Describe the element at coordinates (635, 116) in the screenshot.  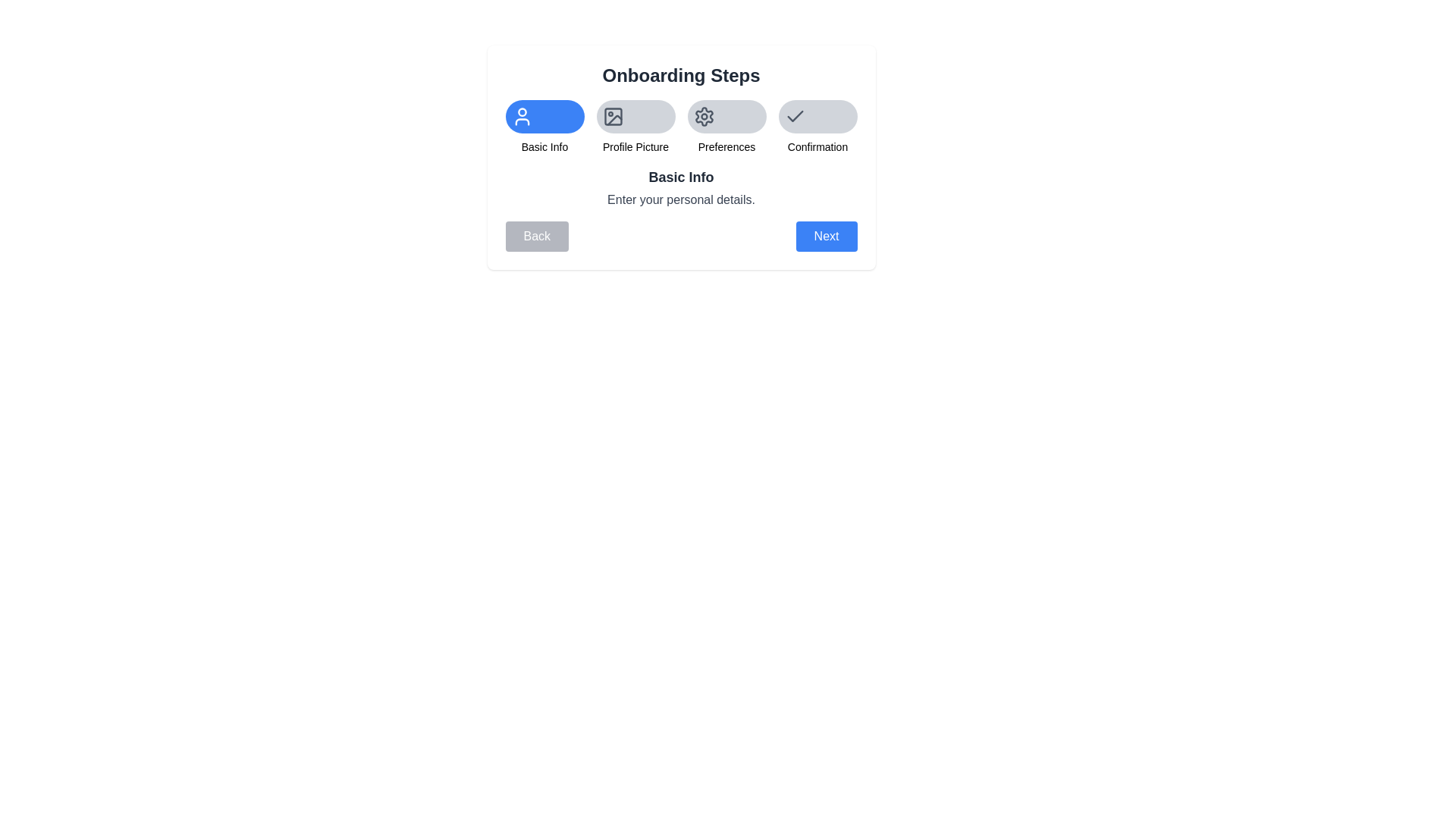
I see `the step icon corresponding to Profile Picture` at that location.